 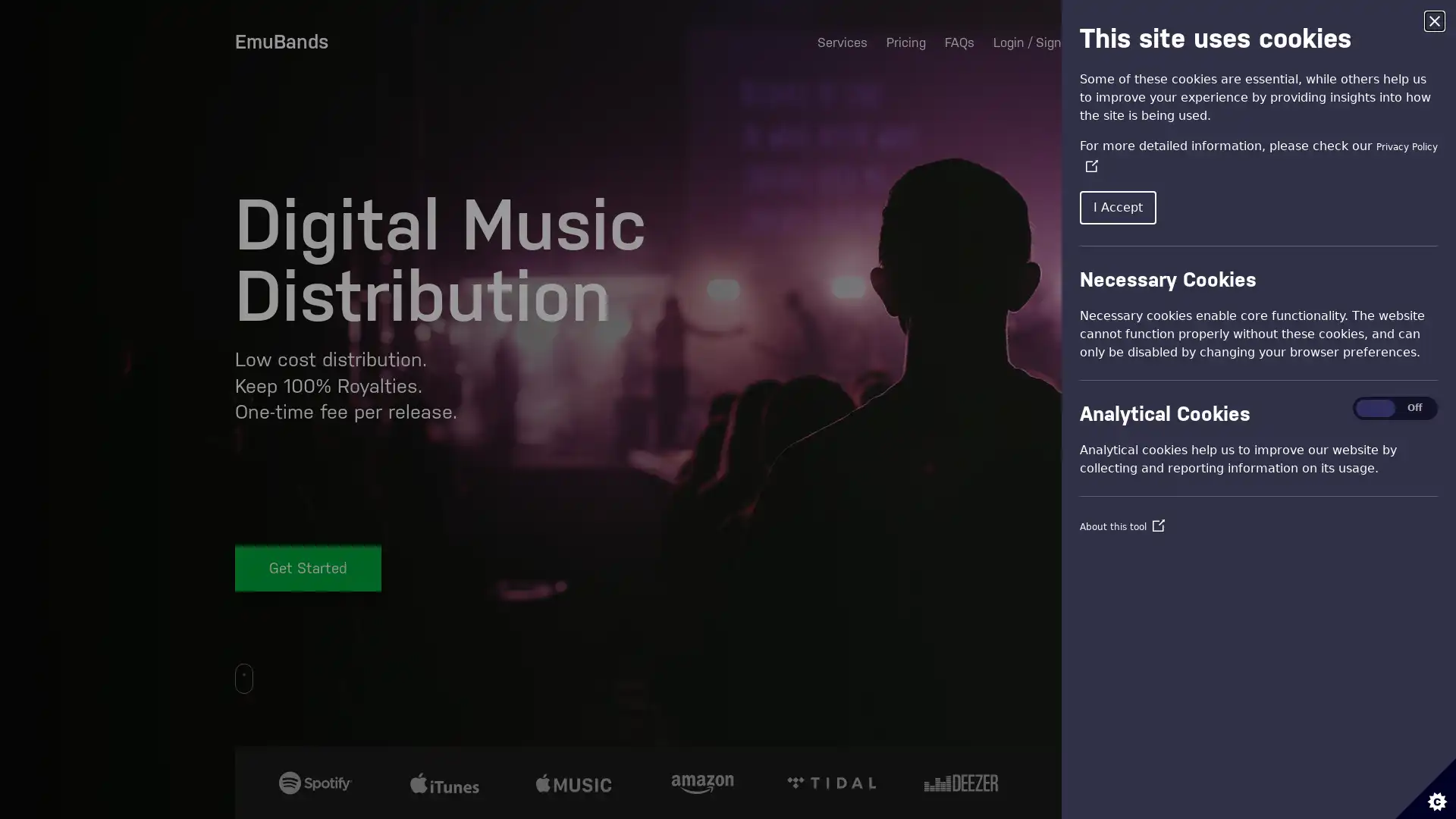 I want to click on I Accept, so click(x=1118, y=207).